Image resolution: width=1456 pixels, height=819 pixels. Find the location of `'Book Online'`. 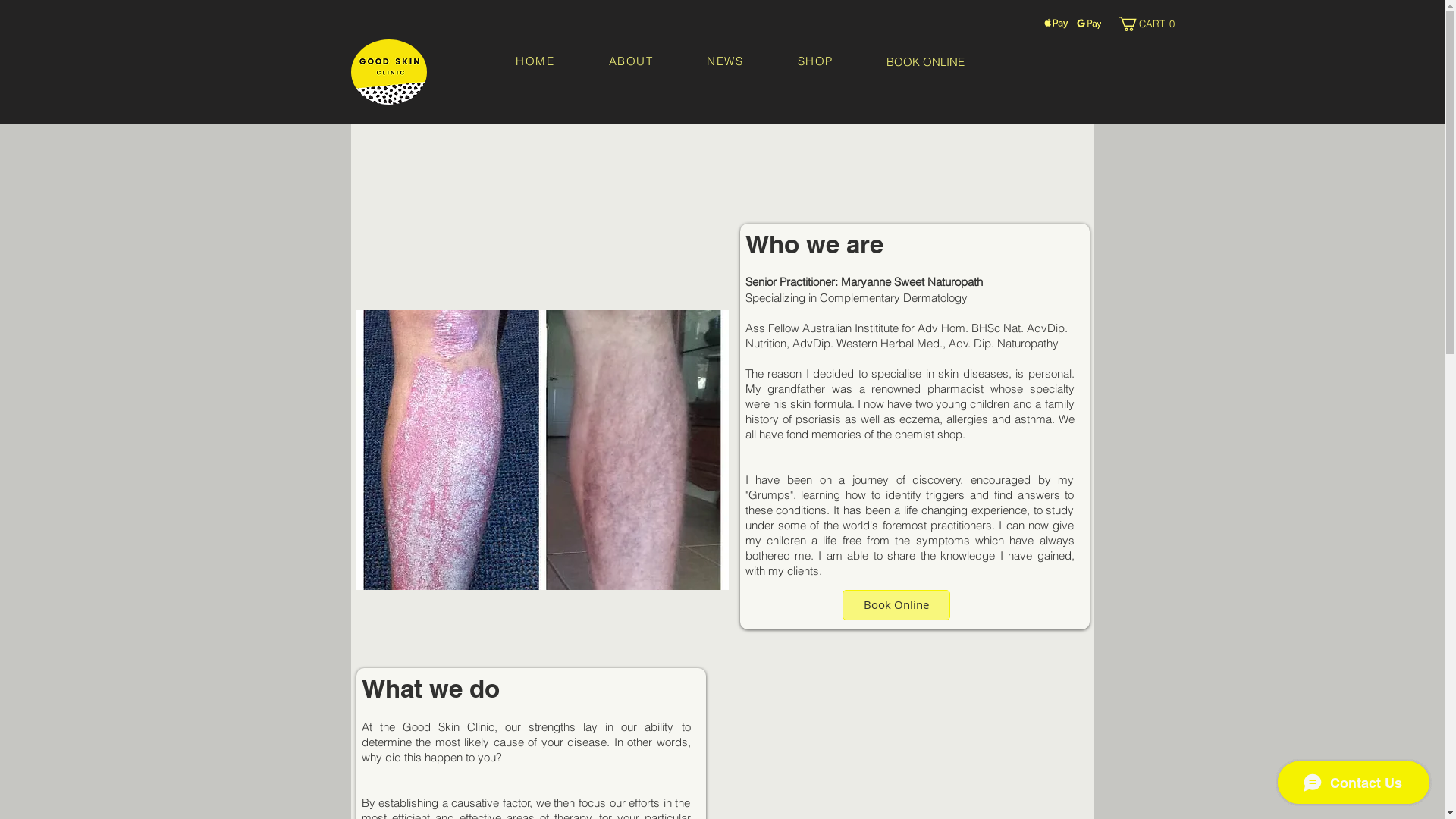

'Book Online' is located at coordinates (895, 604).